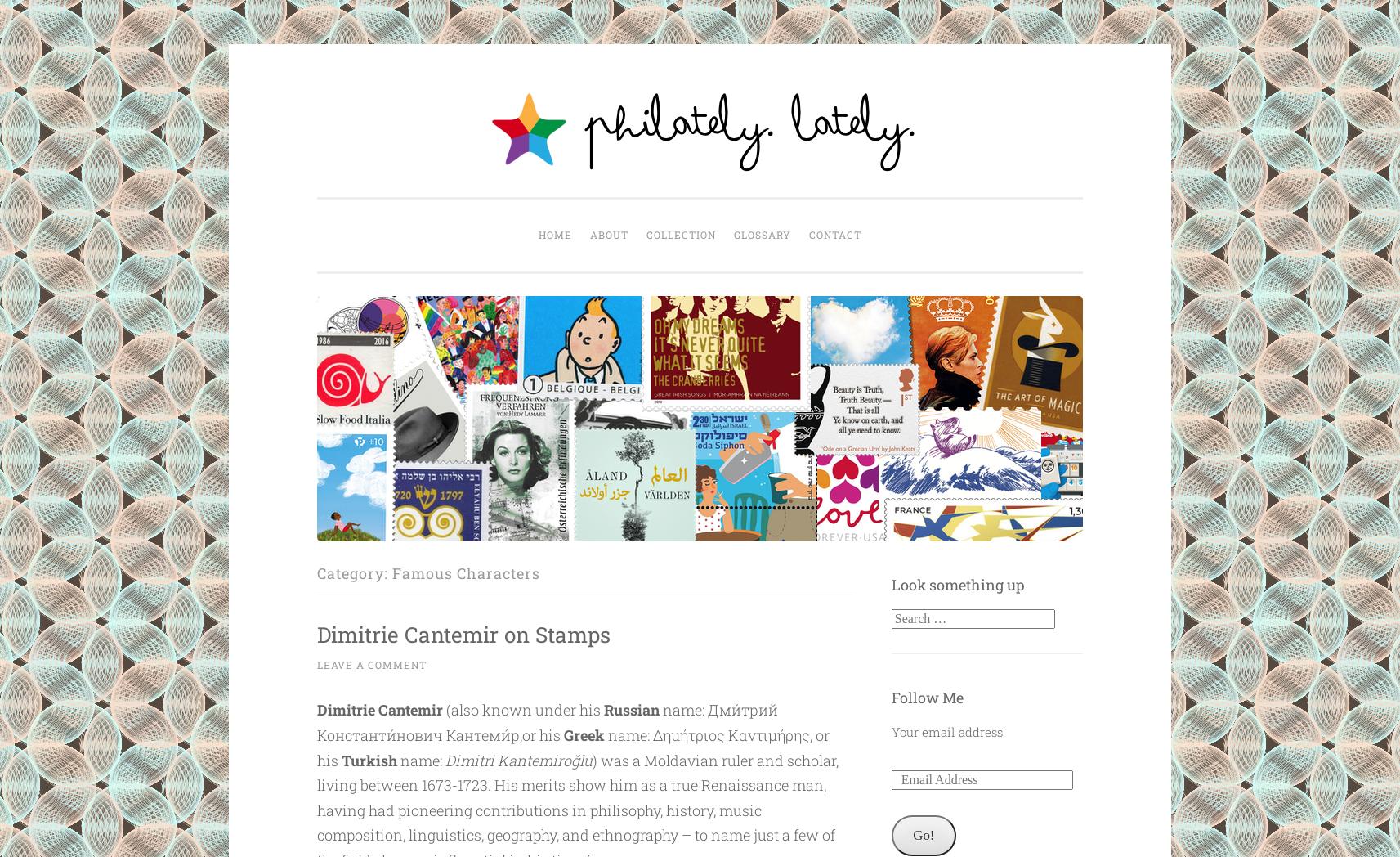 The image size is (1400, 857). What do you see at coordinates (423, 760) in the screenshot?
I see `'name:'` at bounding box center [423, 760].